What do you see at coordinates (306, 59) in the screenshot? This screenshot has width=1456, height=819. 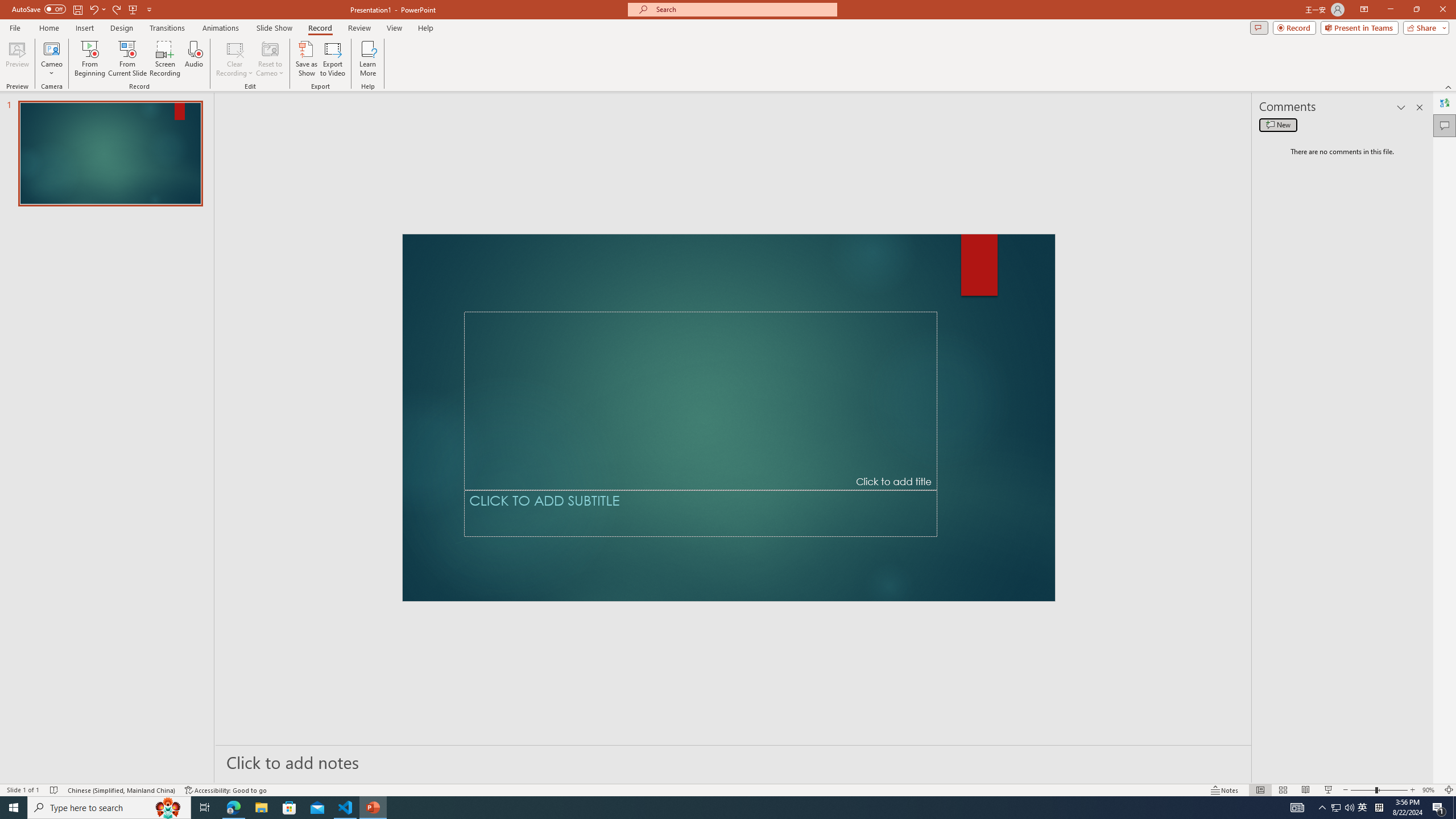 I see `'Save as Show'` at bounding box center [306, 59].